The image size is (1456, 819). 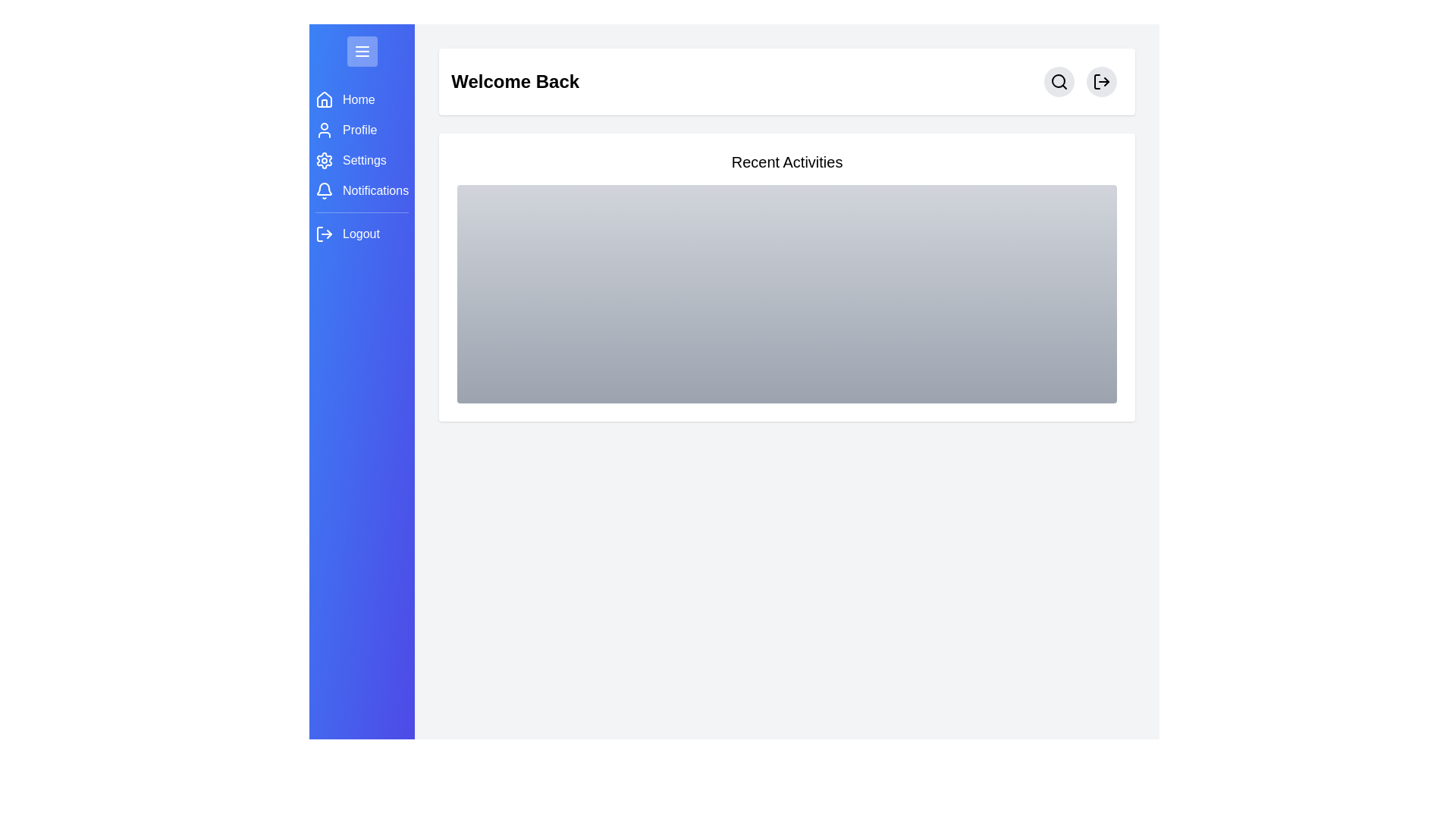 What do you see at coordinates (361, 190) in the screenshot?
I see `the navigation link for Notifications, which is the fourth item in the left vertical navigation bar, positioned below Home, Profile, and Settings, and above Logout` at bounding box center [361, 190].